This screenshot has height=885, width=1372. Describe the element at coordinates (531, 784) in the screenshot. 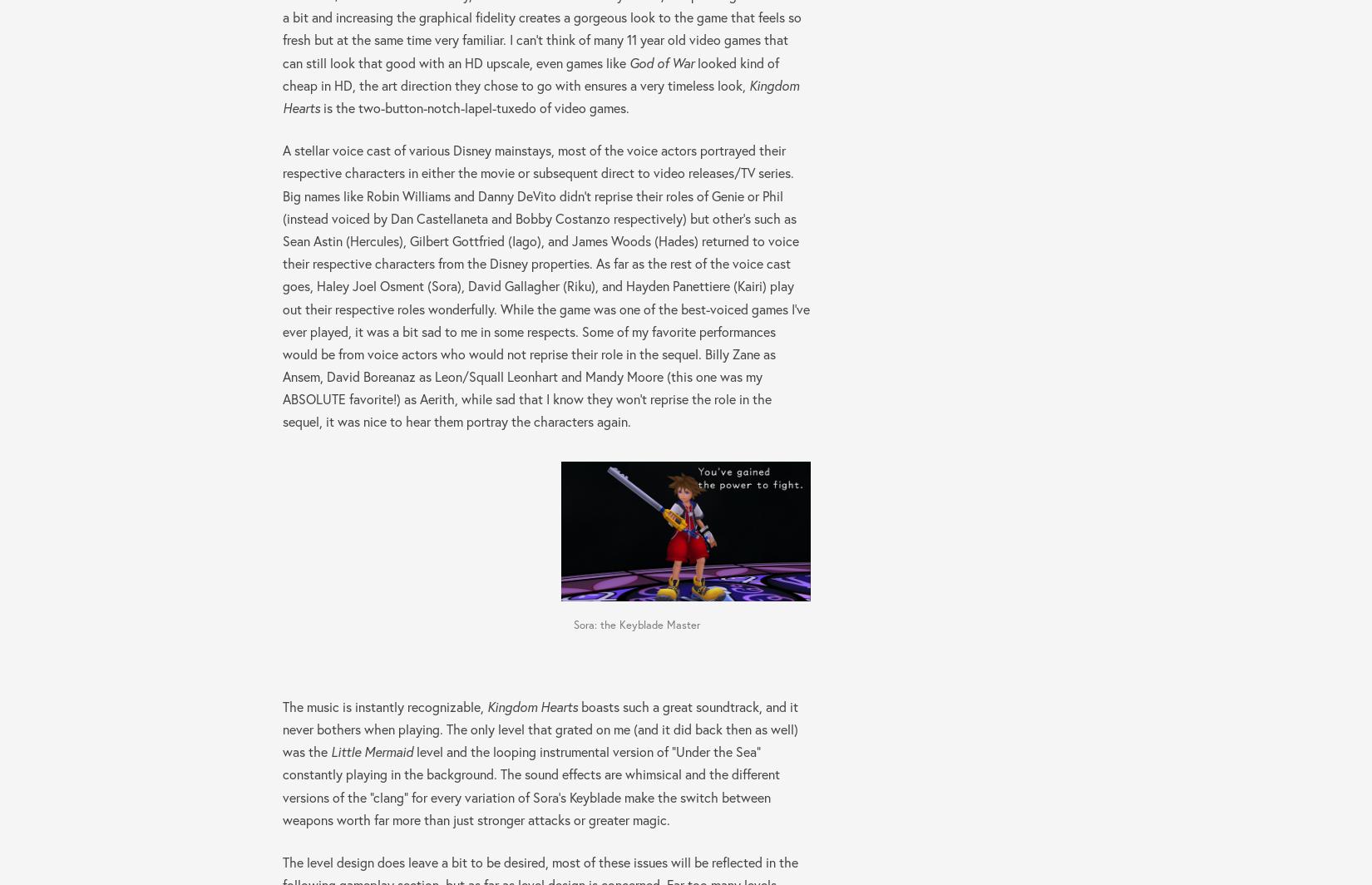

I see `'level and the looping instrumental version of “Under
the Sea” constantly playing in the background. The sound effects are whimsical
and the different versions of the “clang” for every variation of Sora’s
Keyblade make the switch between weapons worth far more than just stronger
attacks or greater magic.'` at that location.